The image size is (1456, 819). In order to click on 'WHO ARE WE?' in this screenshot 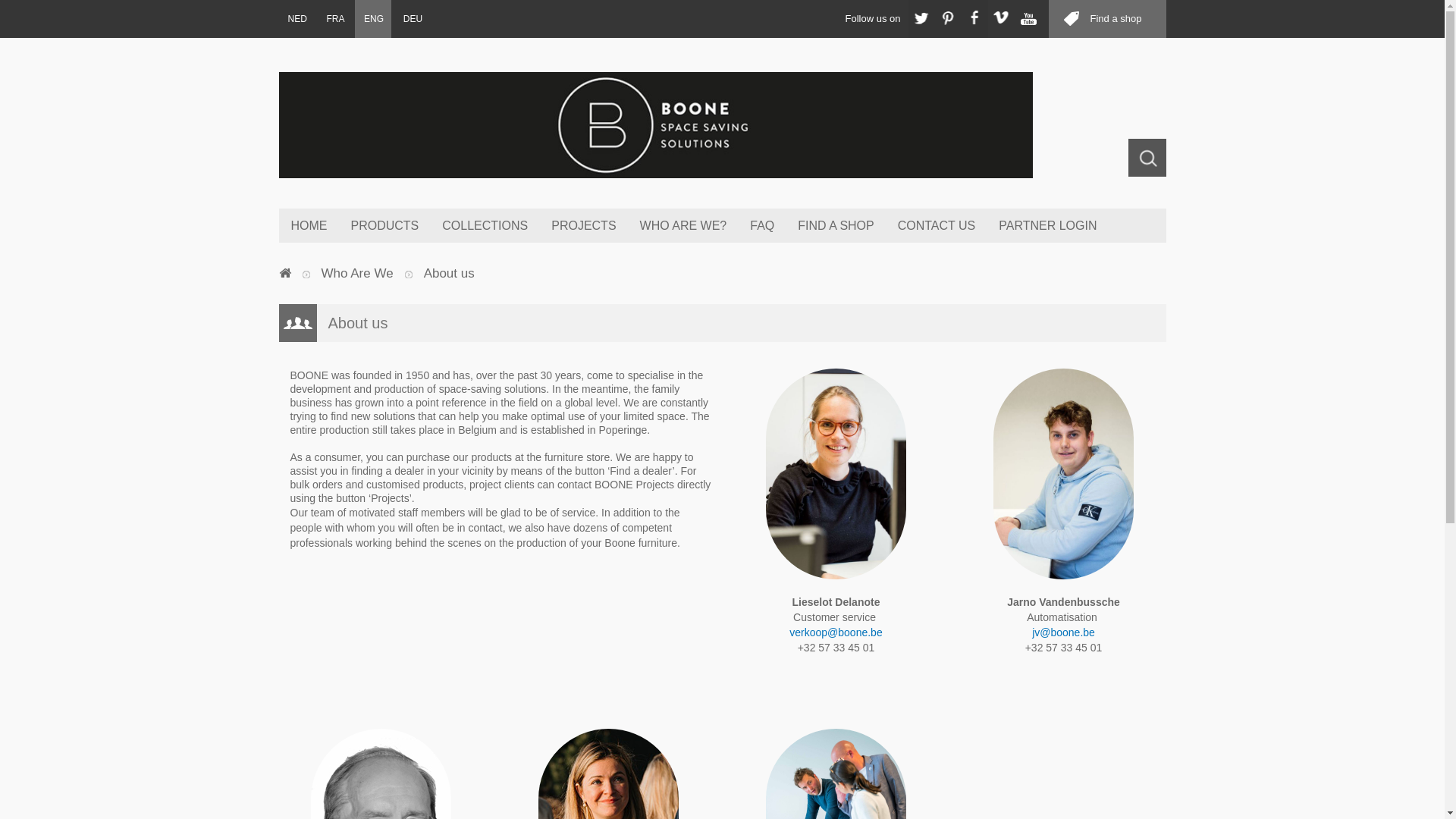, I will do `click(682, 225)`.